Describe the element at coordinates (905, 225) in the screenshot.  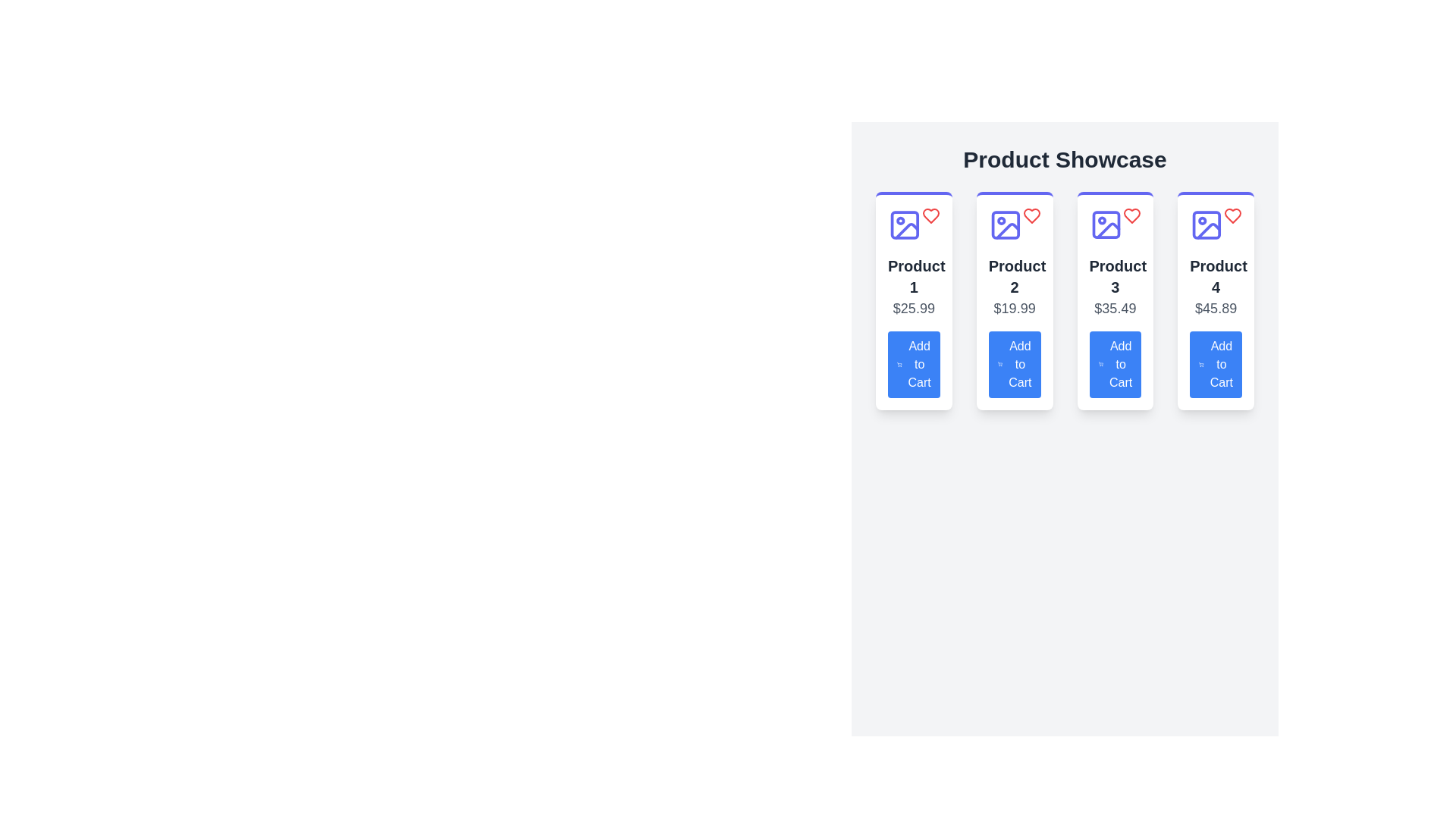
I see `the icon representing the product's image placeholder in the top left corner of the first product card, located above the text 'Product 1'` at that location.